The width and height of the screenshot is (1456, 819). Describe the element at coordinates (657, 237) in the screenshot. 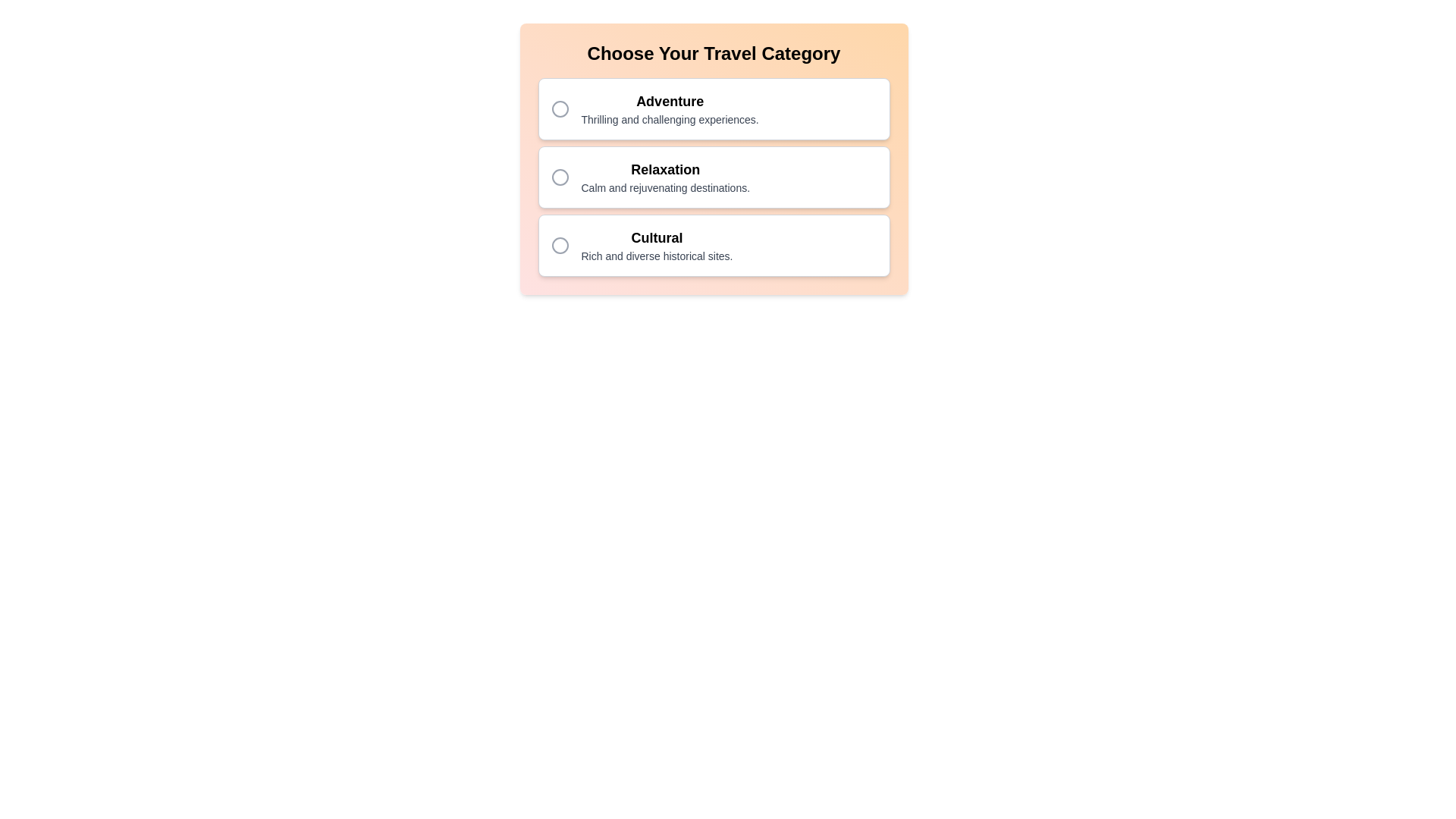

I see `the Header Text element that serves as a heading label for the associated travel category option, located above the descriptive text 'Rich and diverse historical sites.'` at that location.